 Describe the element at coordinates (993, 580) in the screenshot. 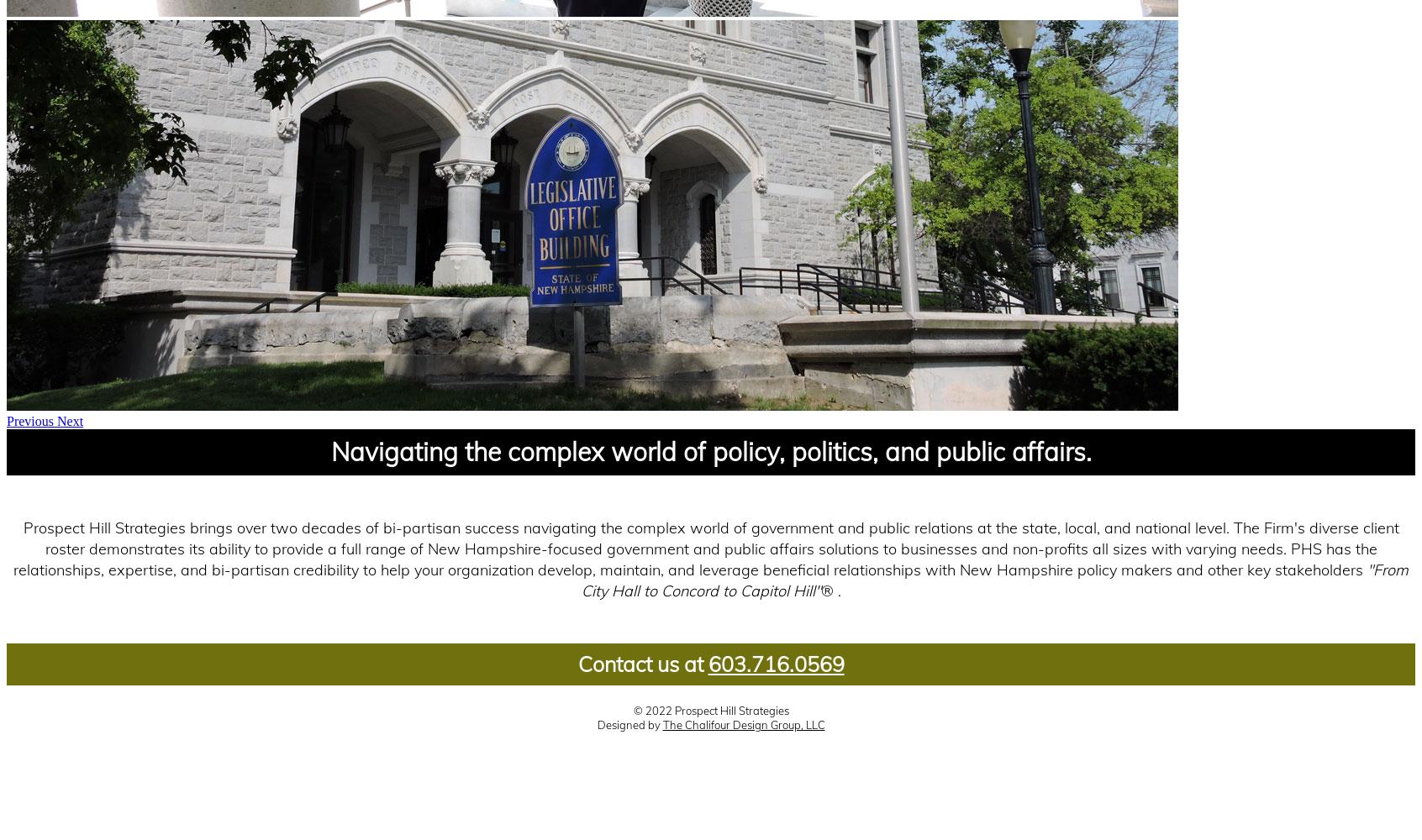

I see `'"From City Hall to Concord to Capitol Hill"'` at that location.